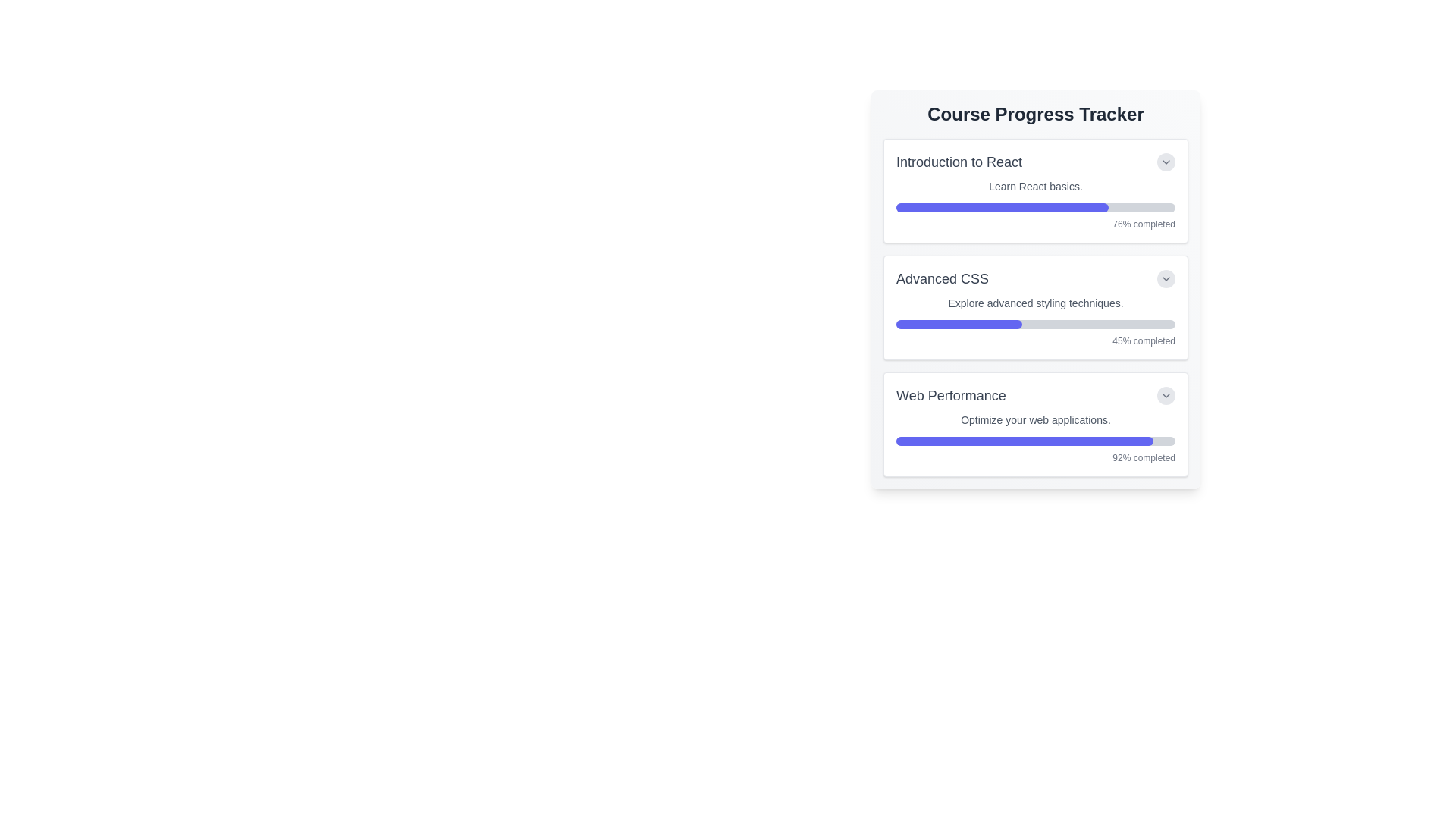 This screenshot has height=819, width=1456. What do you see at coordinates (1035, 324) in the screenshot?
I see `the completion status of the 'Advanced CSS' course progress bar, which indicates 45% completion` at bounding box center [1035, 324].